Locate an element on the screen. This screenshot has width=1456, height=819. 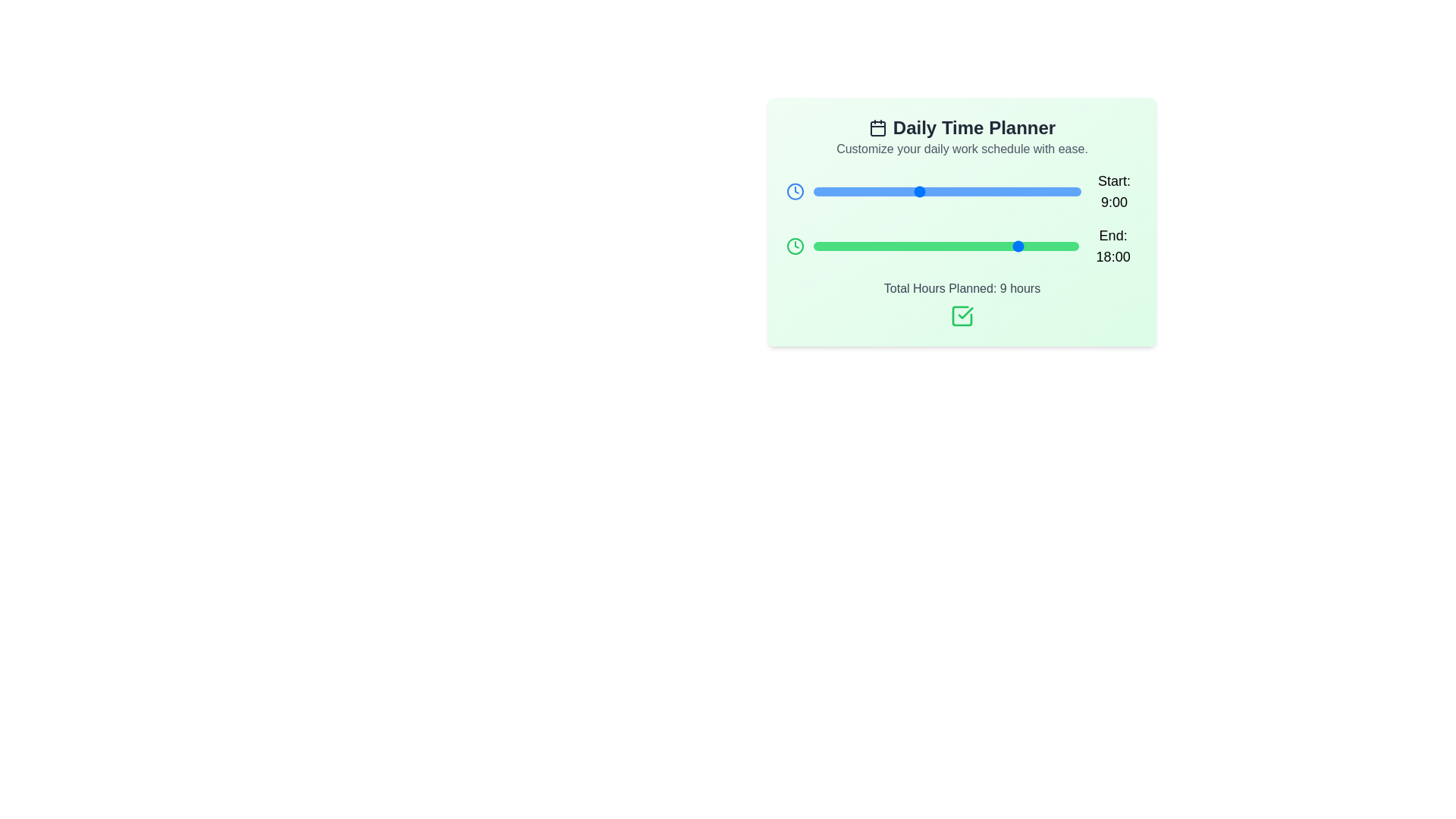
the textual description under the header to focus on it is located at coordinates (961, 149).